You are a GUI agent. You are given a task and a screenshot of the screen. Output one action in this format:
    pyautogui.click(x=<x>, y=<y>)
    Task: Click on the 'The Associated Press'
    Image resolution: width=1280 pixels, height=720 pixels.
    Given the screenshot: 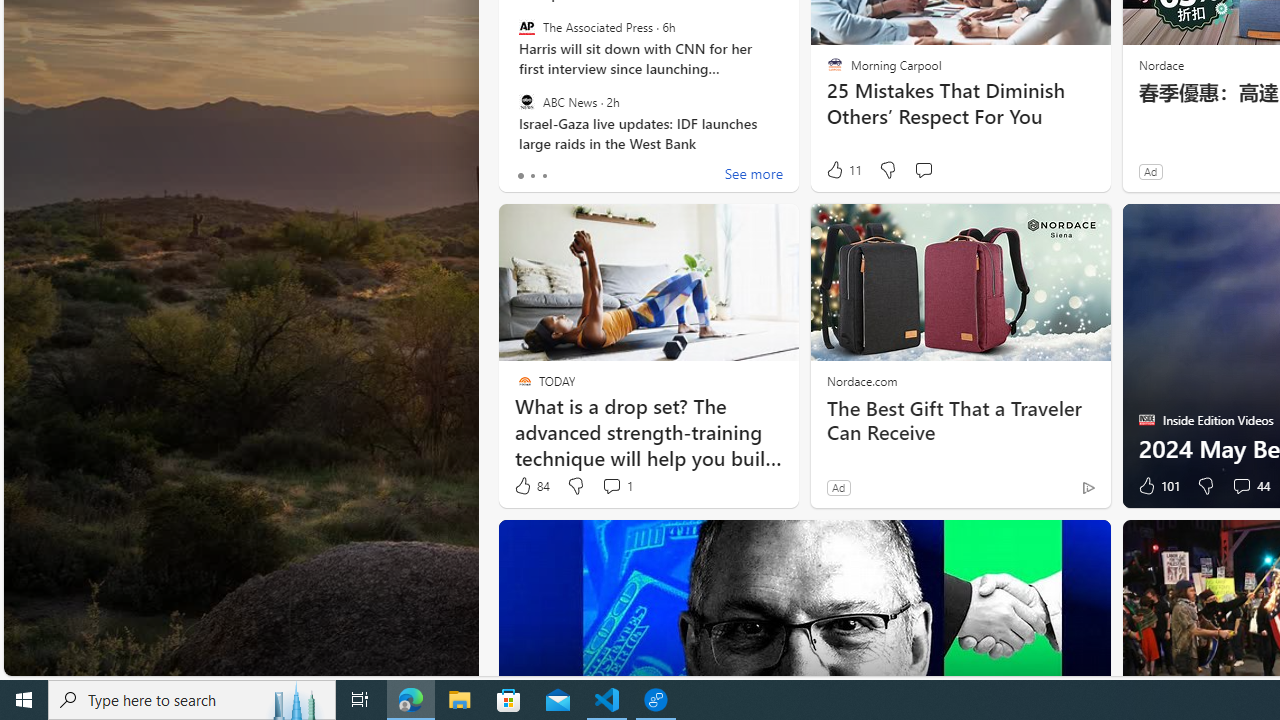 What is the action you would take?
    pyautogui.click(x=526, y=27)
    